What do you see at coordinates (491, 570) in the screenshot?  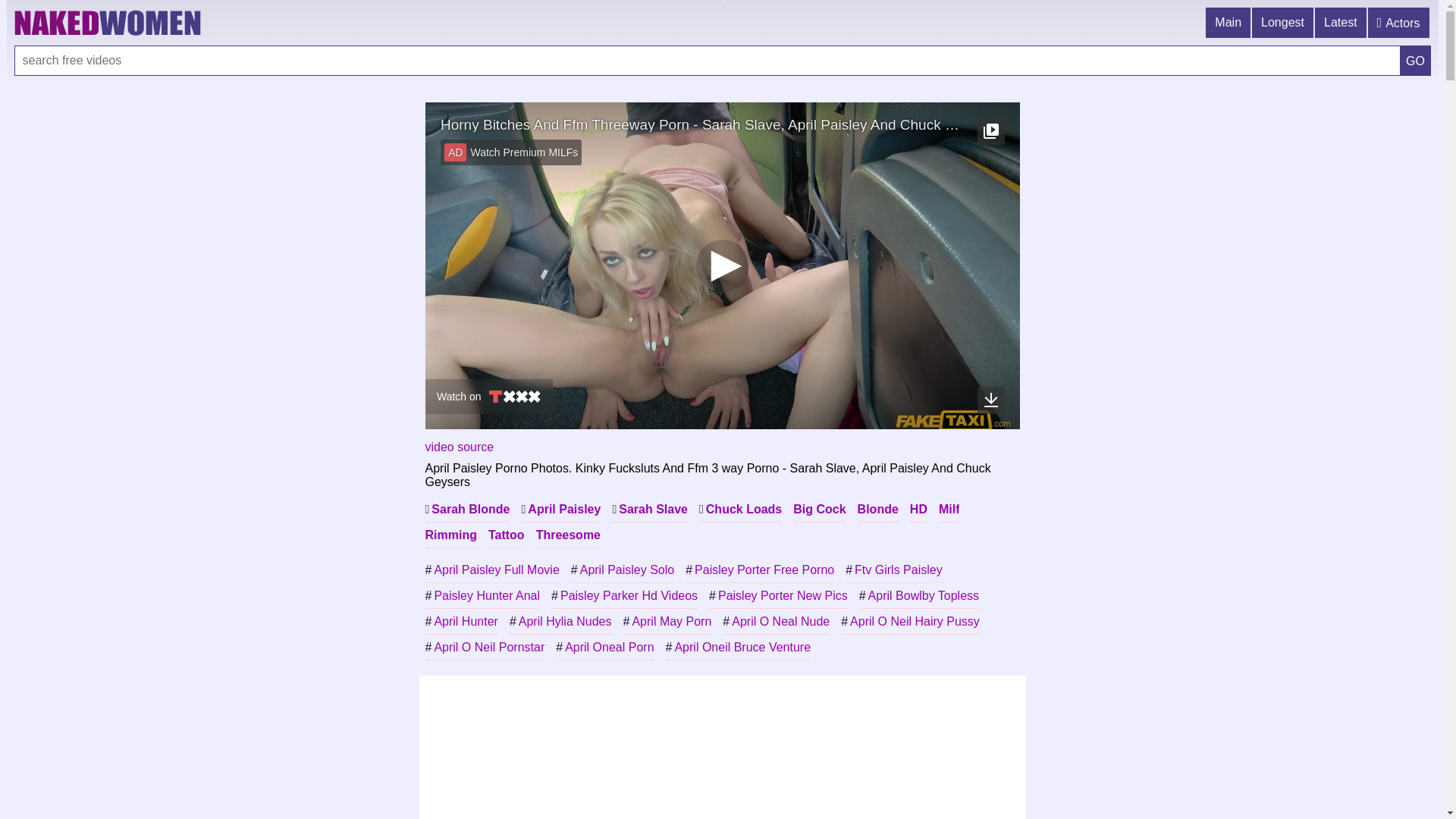 I see `'April Paisley Full Movie'` at bounding box center [491, 570].